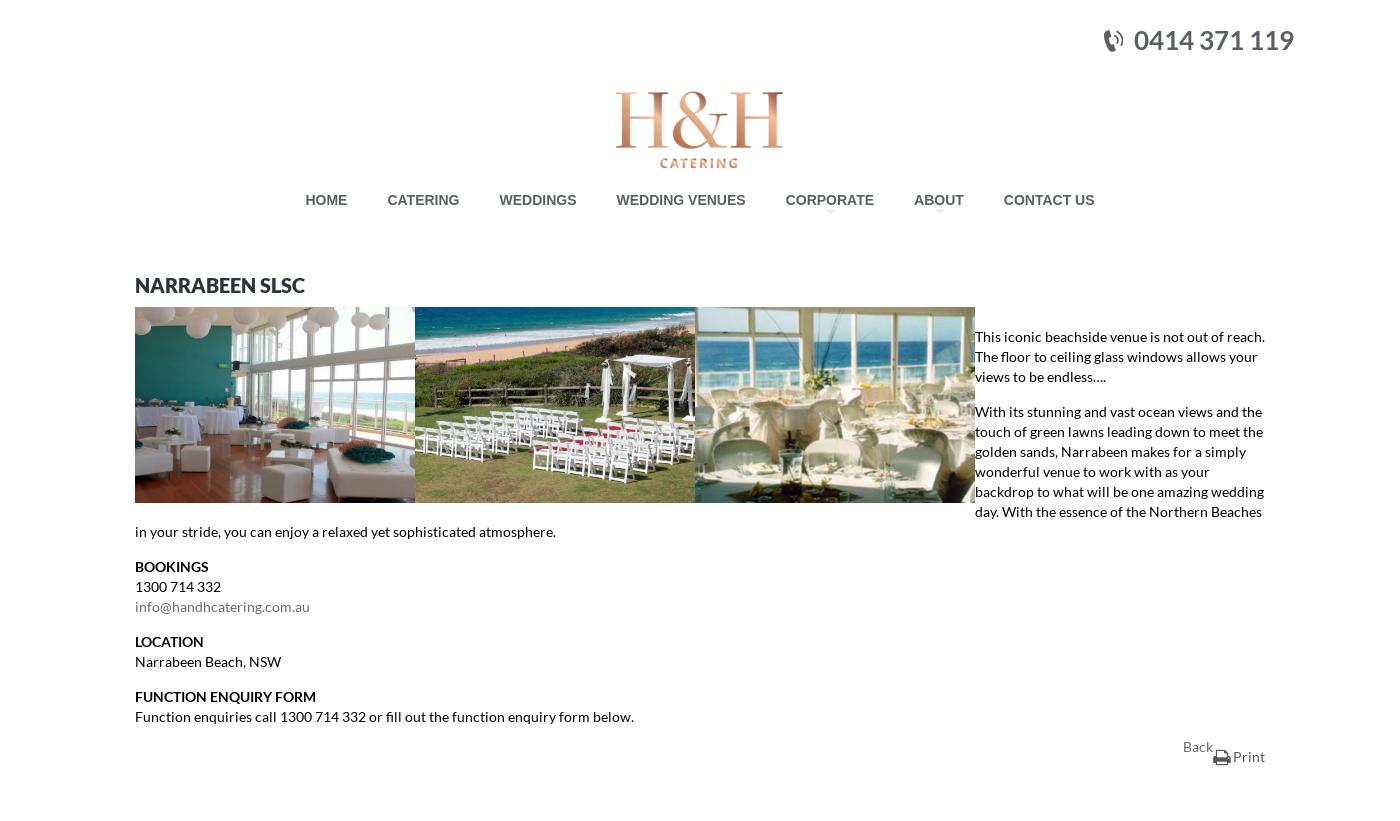 The image size is (1400, 821). What do you see at coordinates (225, 696) in the screenshot?
I see `'FUNCTION ENQUIRY FORM'` at bounding box center [225, 696].